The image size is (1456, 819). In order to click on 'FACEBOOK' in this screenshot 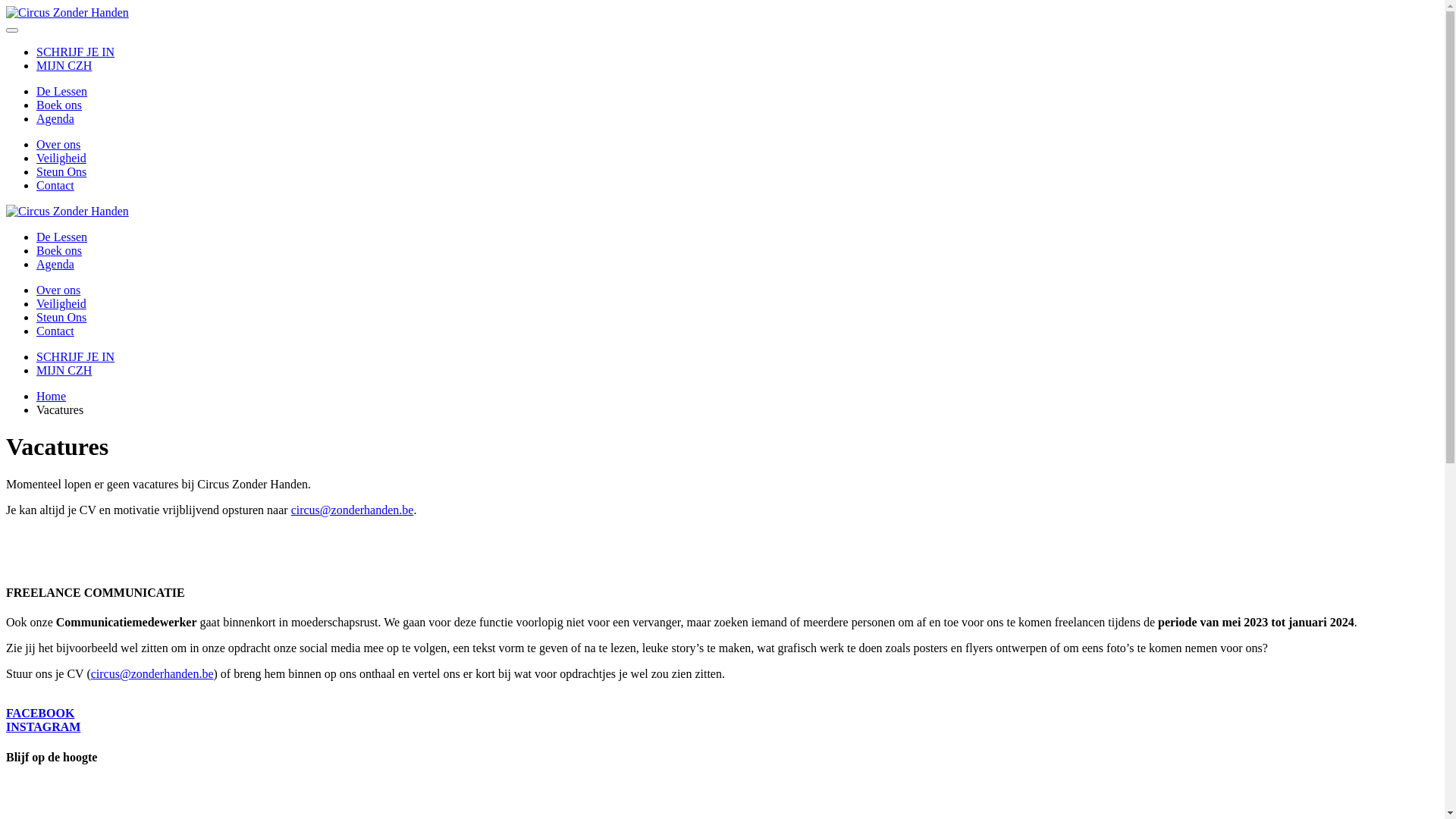, I will do `click(39, 713)`.